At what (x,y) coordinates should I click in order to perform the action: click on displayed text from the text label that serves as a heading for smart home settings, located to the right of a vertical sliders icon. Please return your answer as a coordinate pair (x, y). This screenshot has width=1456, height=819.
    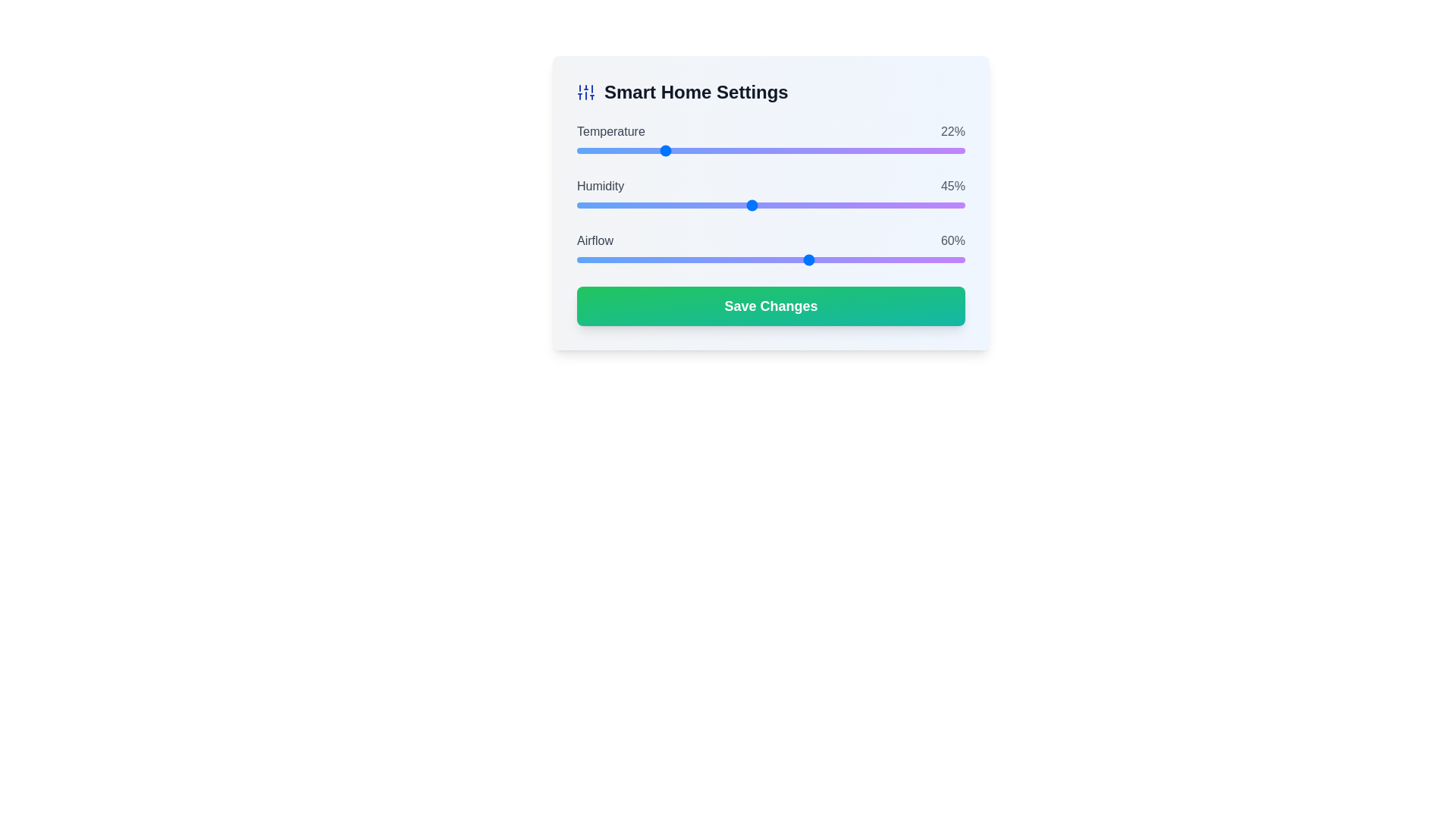
    Looking at the image, I should click on (695, 93).